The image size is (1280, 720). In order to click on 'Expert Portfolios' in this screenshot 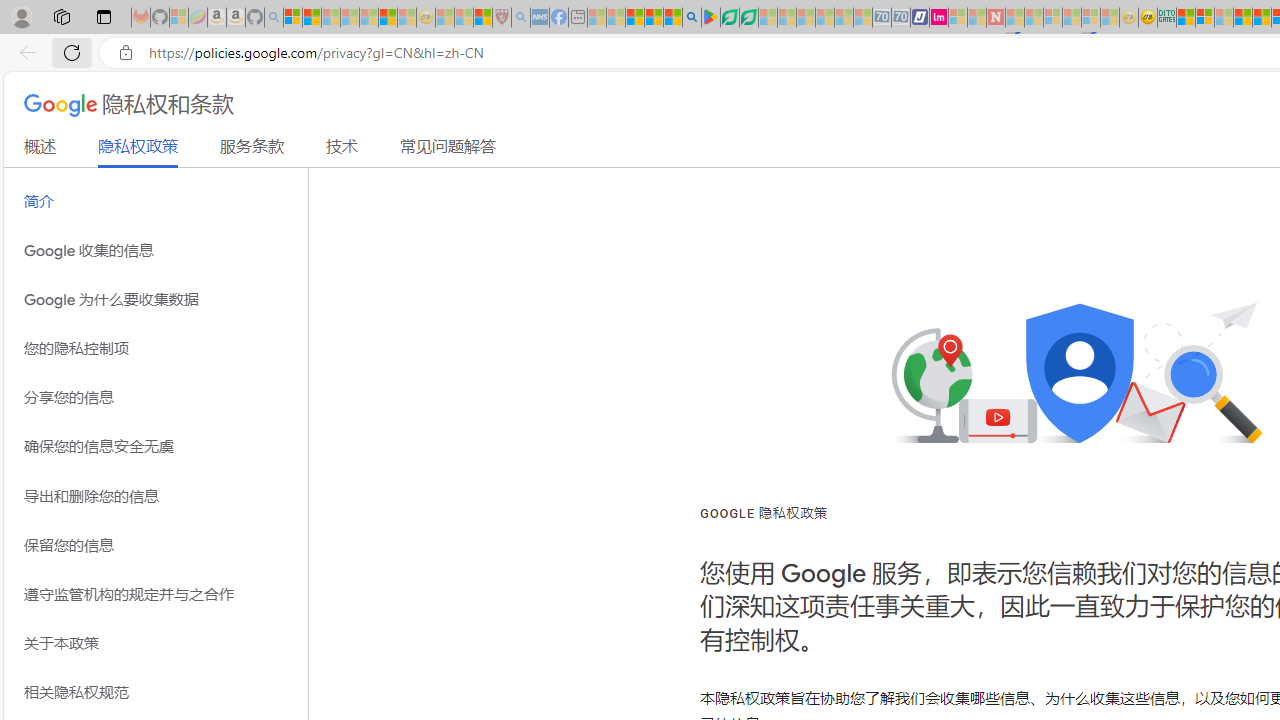, I will do `click(1241, 17)`.